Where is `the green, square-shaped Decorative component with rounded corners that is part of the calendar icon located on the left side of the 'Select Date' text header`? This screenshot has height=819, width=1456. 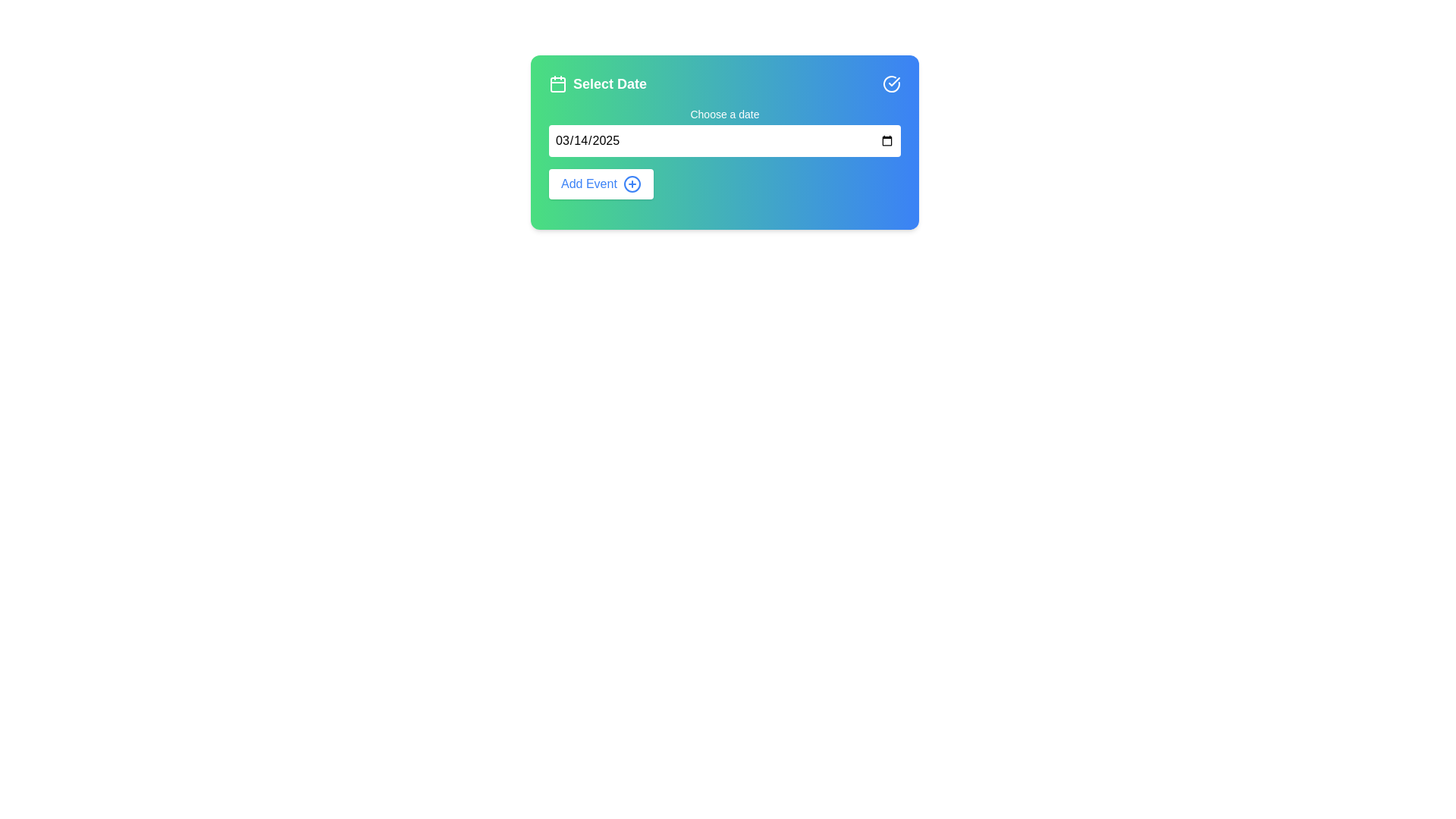
the green, square-shaped Decorative component with rounded corners that is part of the calendar icon located on the left side of the 'Select Date' text header is located at coordinates (557, 84).